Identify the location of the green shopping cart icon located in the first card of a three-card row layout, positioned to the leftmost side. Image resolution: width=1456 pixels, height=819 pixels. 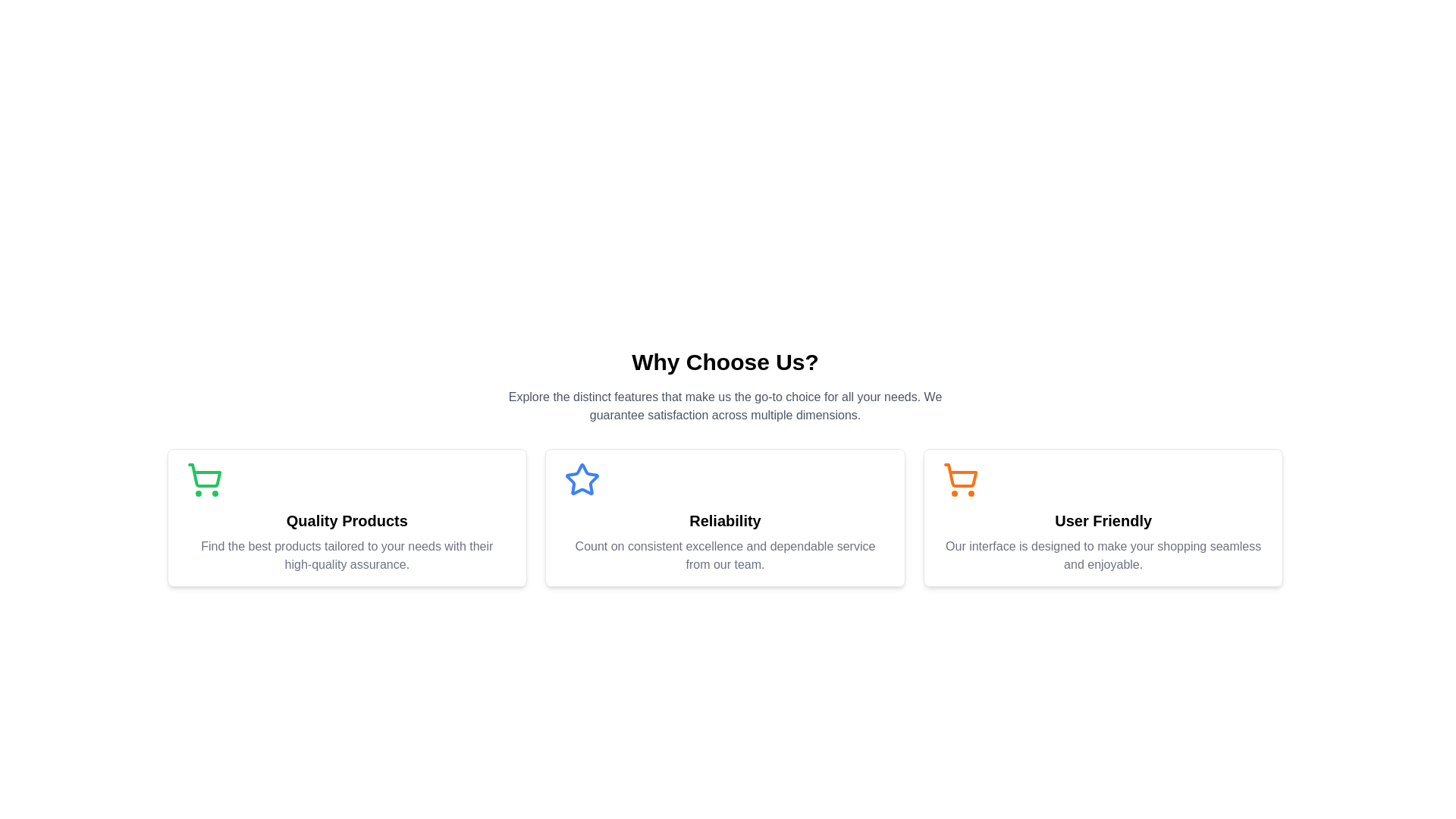
(203, 479).